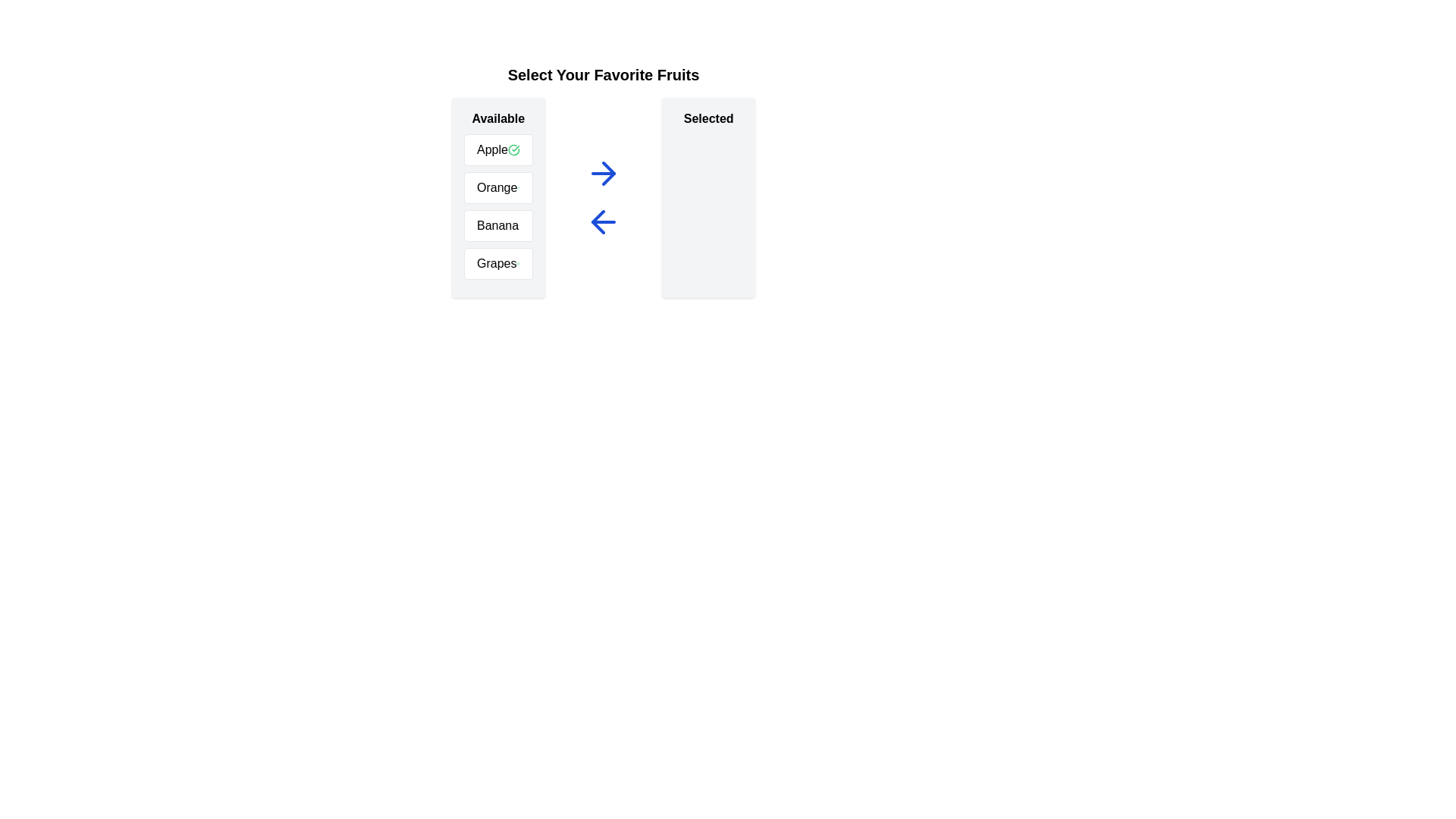 The width and height of the screenshot is (1456, 819). I want to click on the text of the available item 'Banana' to select it, so click(498, 225).